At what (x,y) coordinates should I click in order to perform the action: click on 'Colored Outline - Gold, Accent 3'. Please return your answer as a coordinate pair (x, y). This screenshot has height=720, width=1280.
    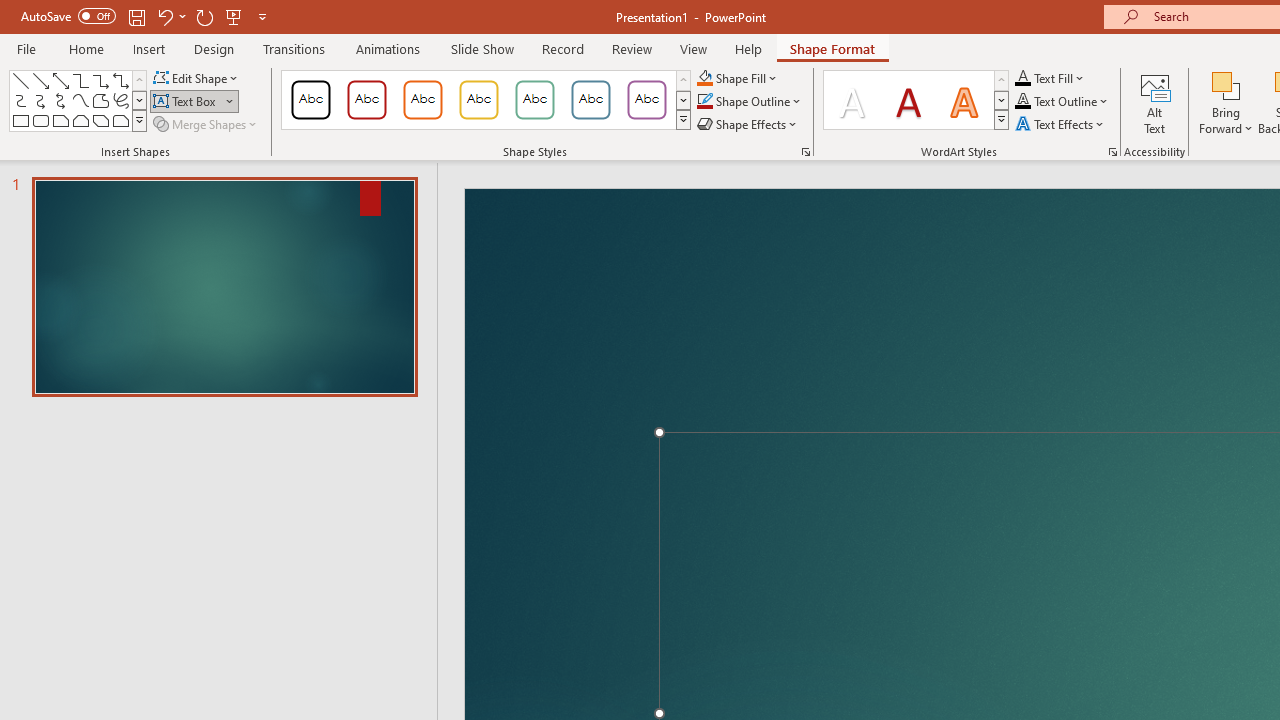
    Looking at the image, I should click on (477, 100).